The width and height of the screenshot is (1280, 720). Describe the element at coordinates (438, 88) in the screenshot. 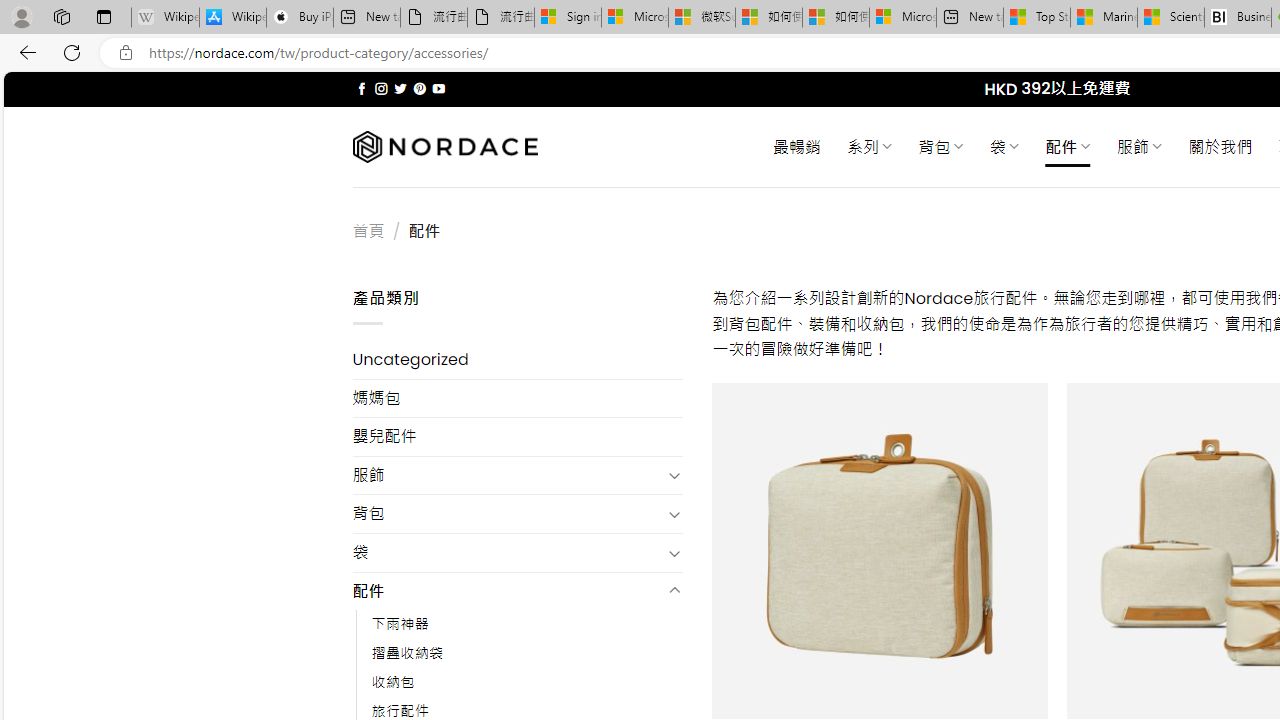

I see `'Follow on YouTube'` at that location.